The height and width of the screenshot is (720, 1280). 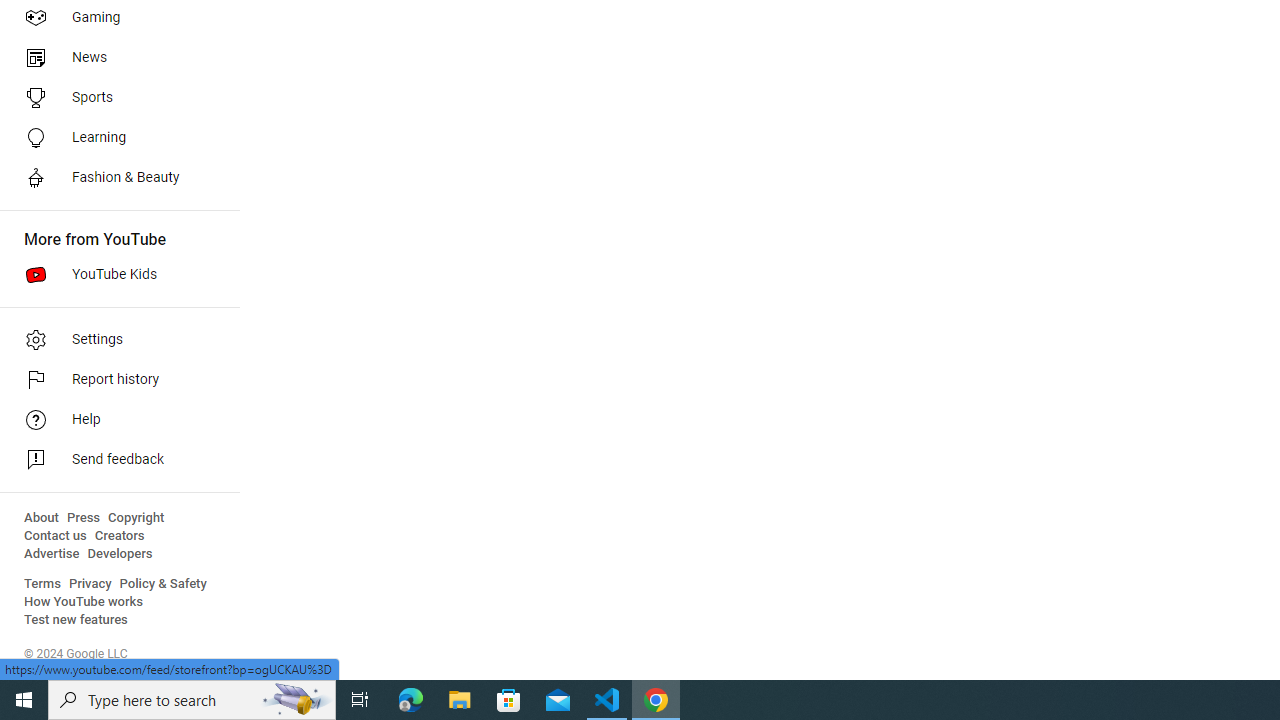 I want to click on 'Learning', so click(x=112, y=136).